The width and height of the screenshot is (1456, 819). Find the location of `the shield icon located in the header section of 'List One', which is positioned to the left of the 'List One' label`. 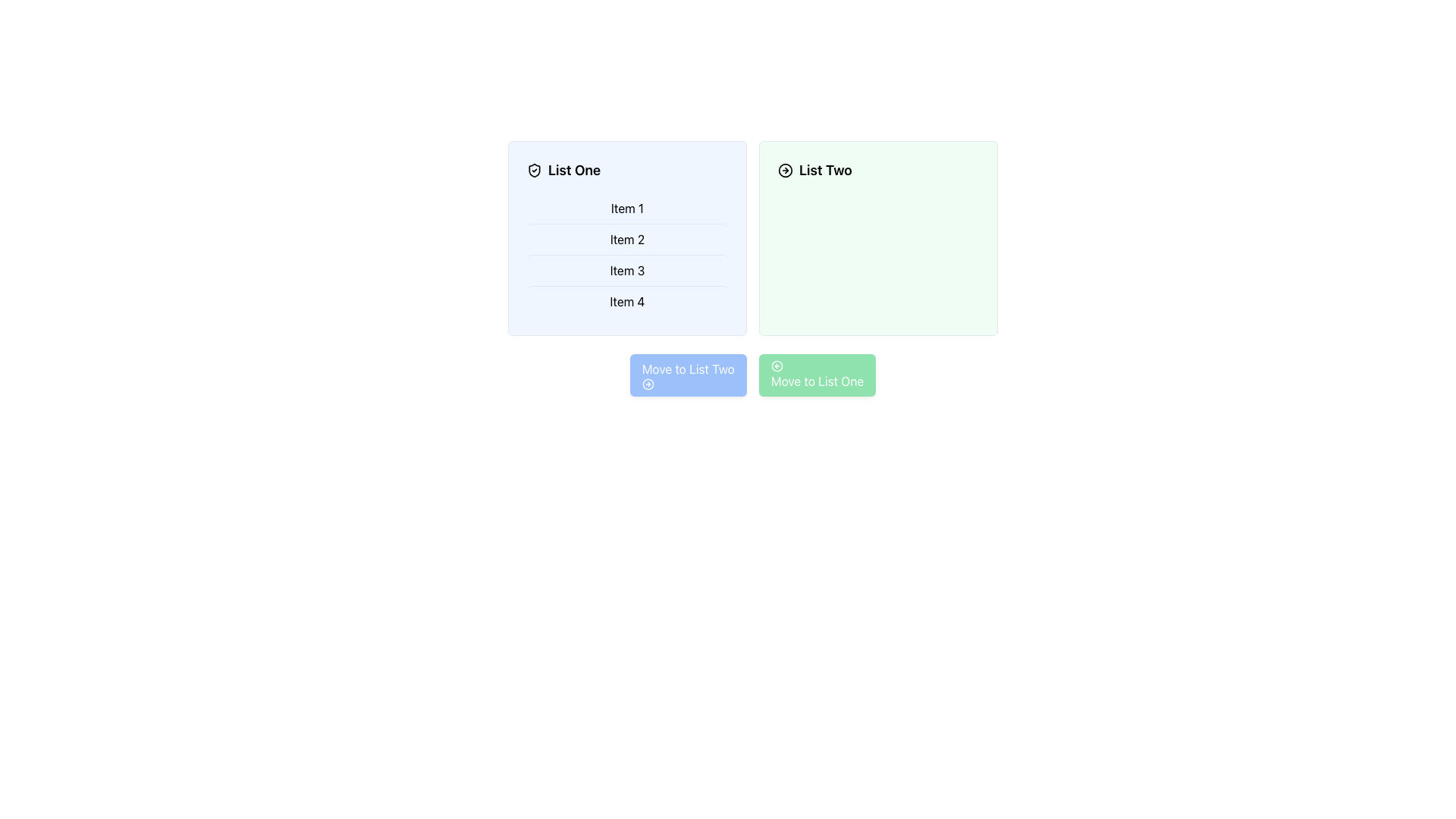

the shield icon located in the header section of 'List One', which is positioned to the left of the 'List One' label is located at coordinates (535, 170).